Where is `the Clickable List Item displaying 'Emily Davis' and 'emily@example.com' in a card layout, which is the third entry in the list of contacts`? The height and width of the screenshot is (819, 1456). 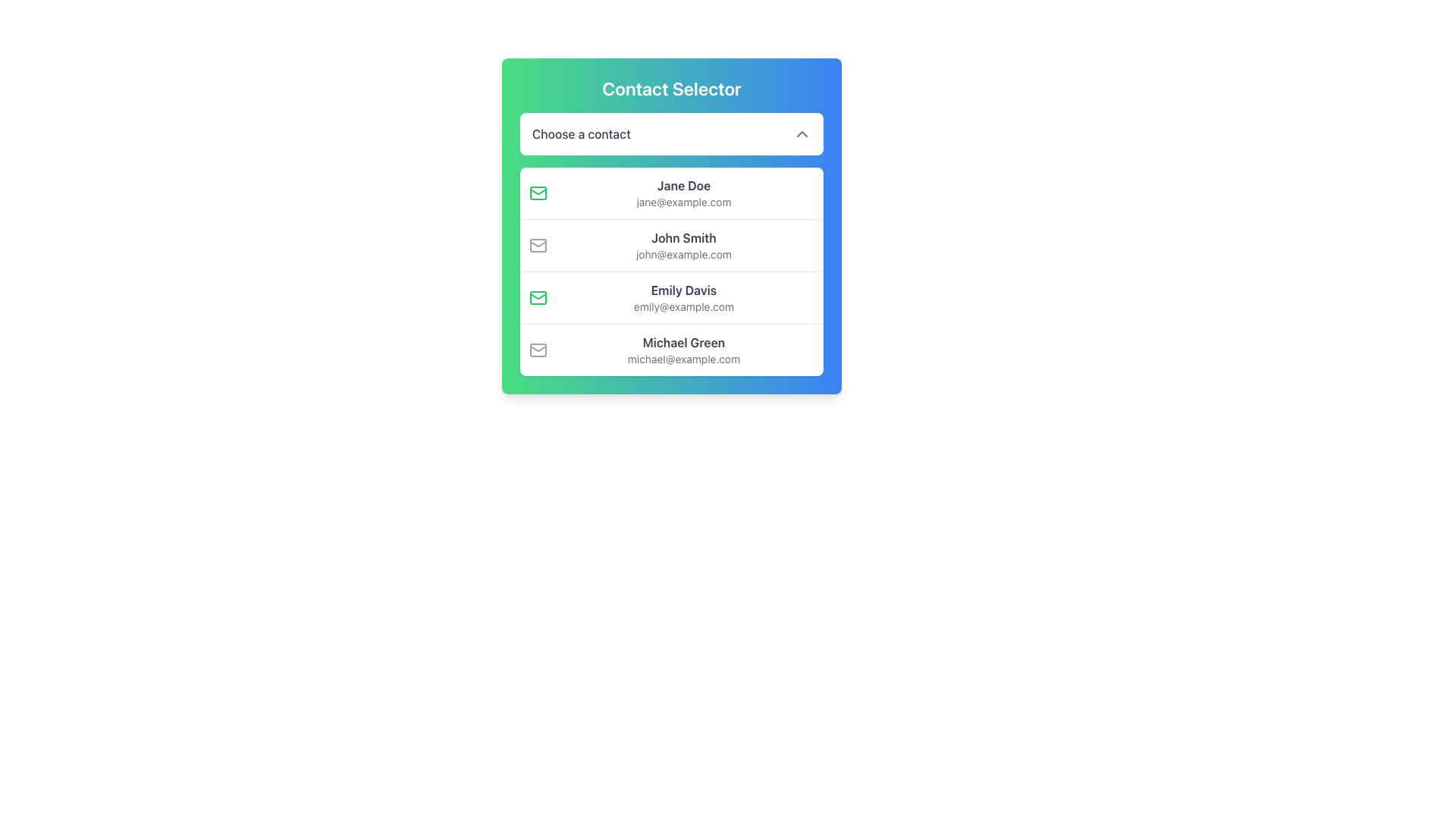
the Clickable List Item displaying 'Emily Davis' and 'emily@example.com' in a card layout, which is the third entry in the list of contacts is located at coordinates (671, 297).